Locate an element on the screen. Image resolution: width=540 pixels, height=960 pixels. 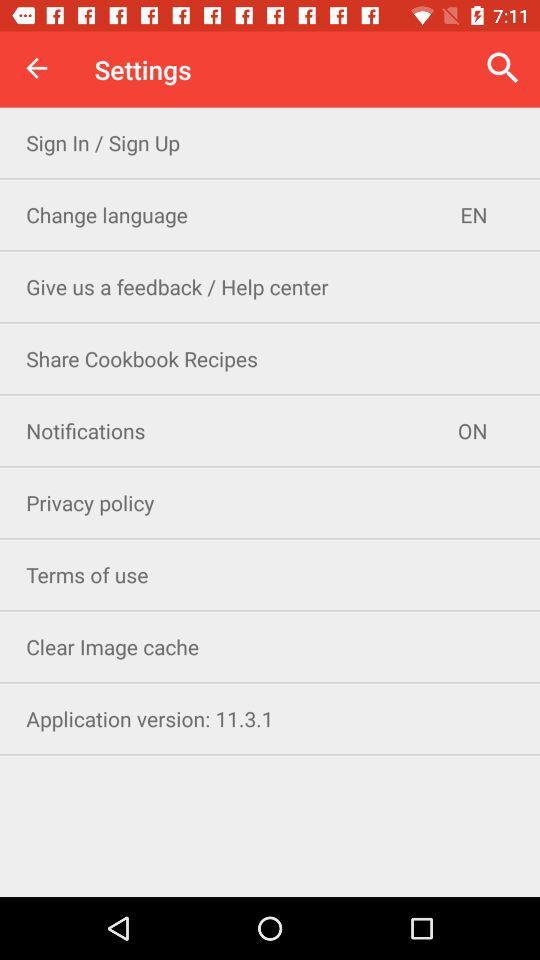
the share cookbook recipes is located at coordinates (270, 358).